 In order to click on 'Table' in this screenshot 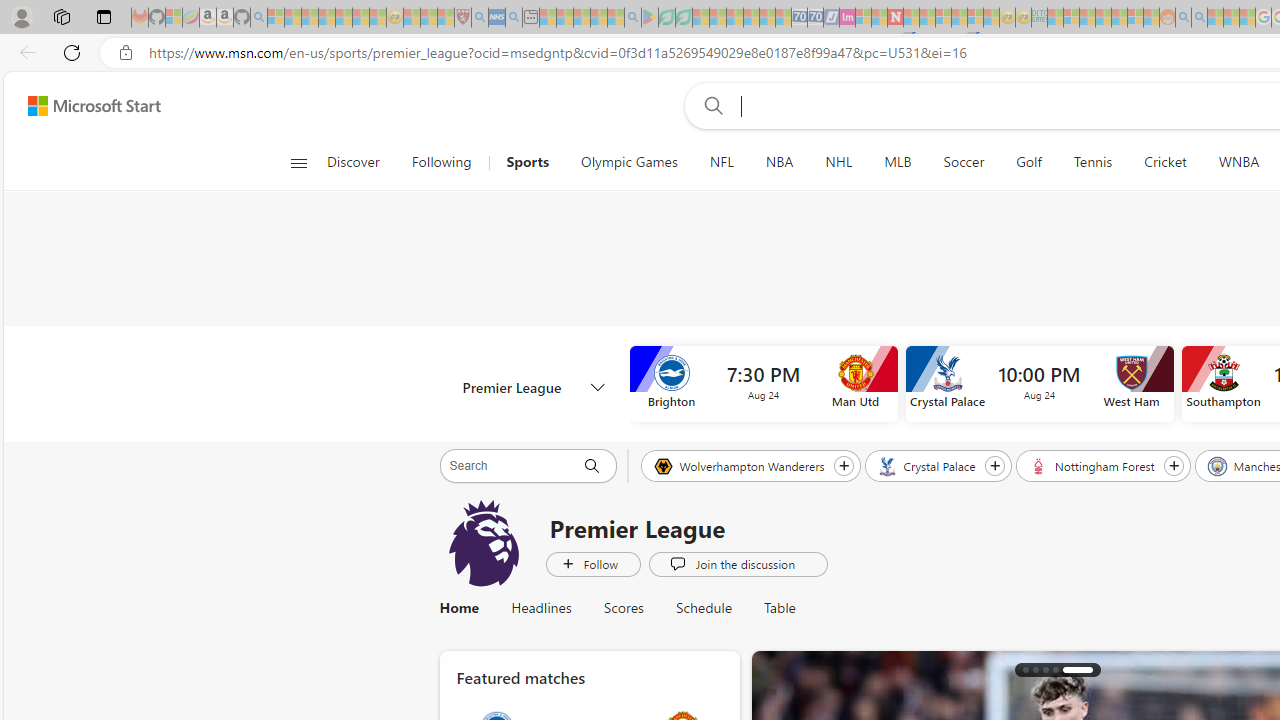, I will do `click(779, 607)`.